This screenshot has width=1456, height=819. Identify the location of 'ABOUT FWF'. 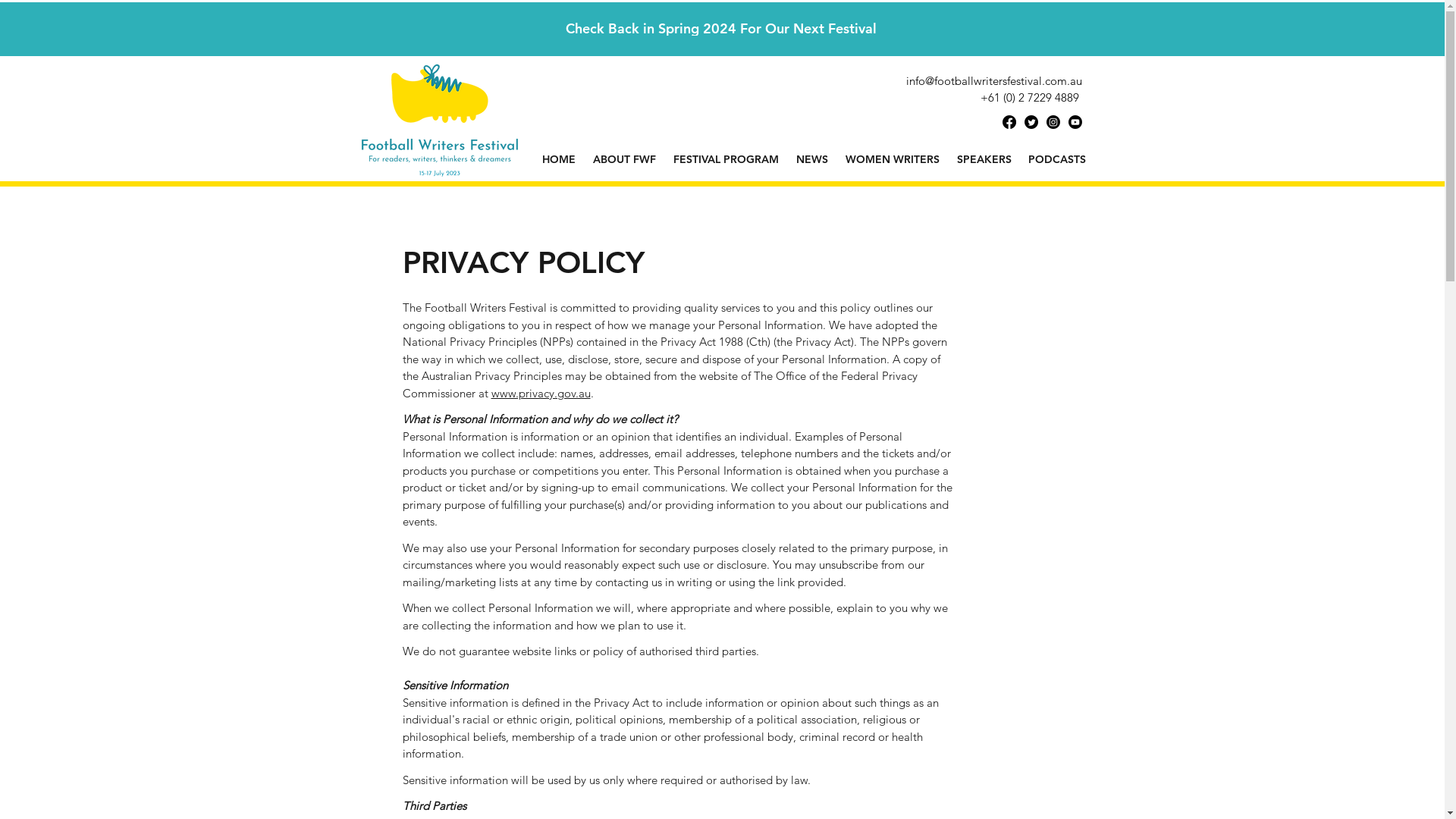
(623, 158).